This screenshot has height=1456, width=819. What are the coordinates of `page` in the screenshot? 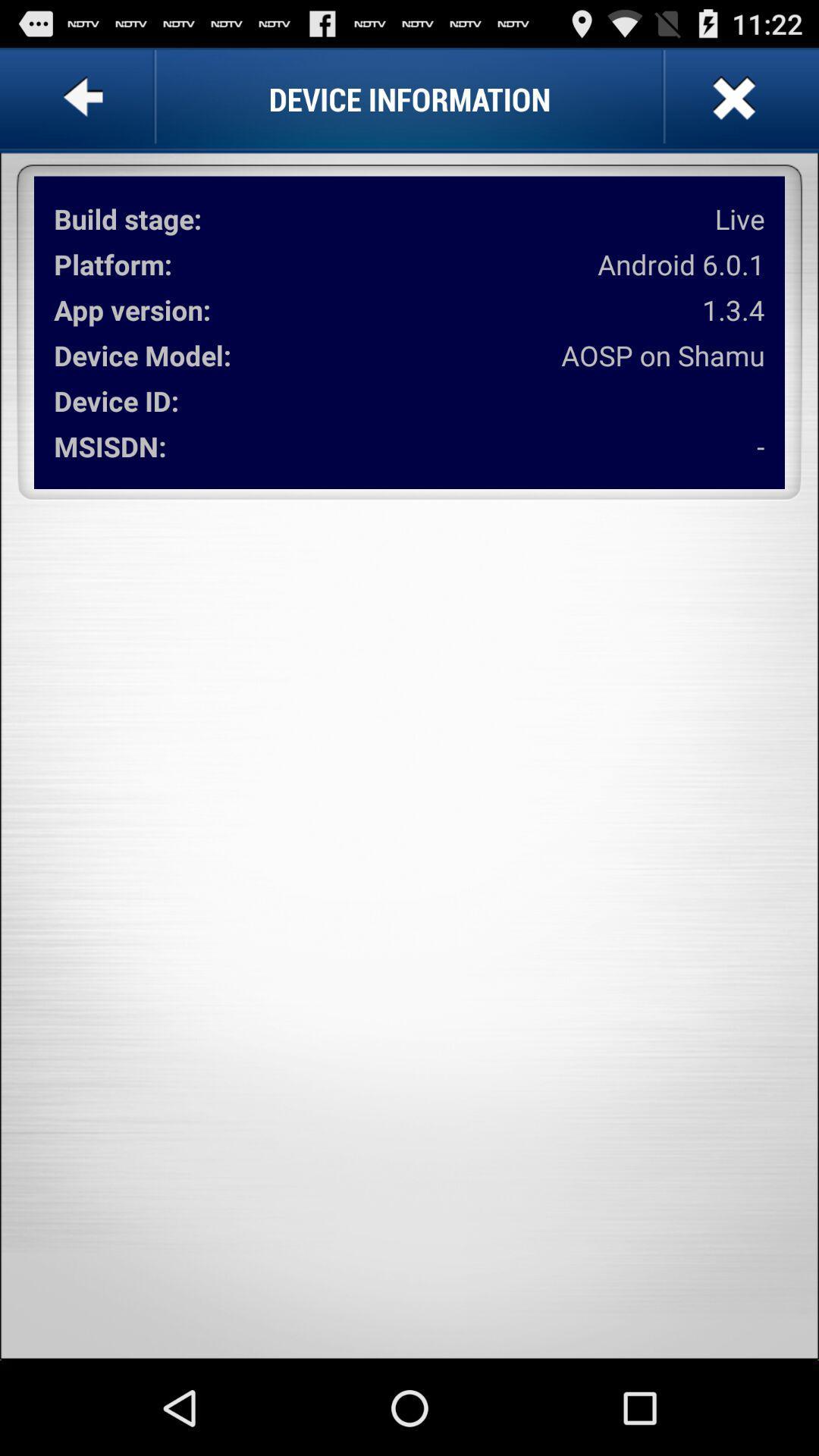 It's located at (731, 98).